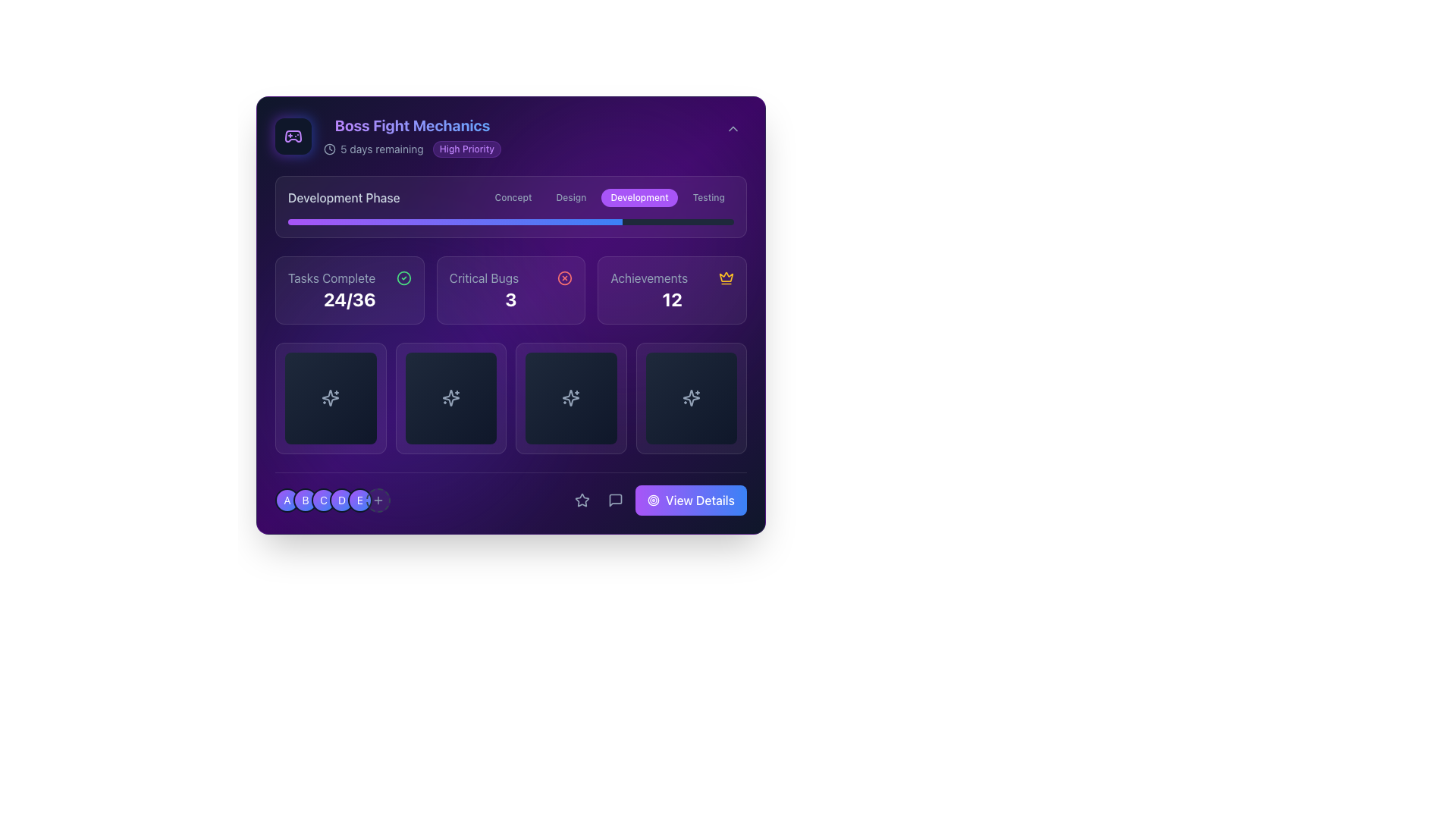 The width and height of the screenshot is (1456, 819). What do you see at coordinates (653, 500) in the screenshot?
I see `the decorative icon located to the left of the 'View Details' button at the bottom-right corner of the interface` at bounding box center [653, 500].